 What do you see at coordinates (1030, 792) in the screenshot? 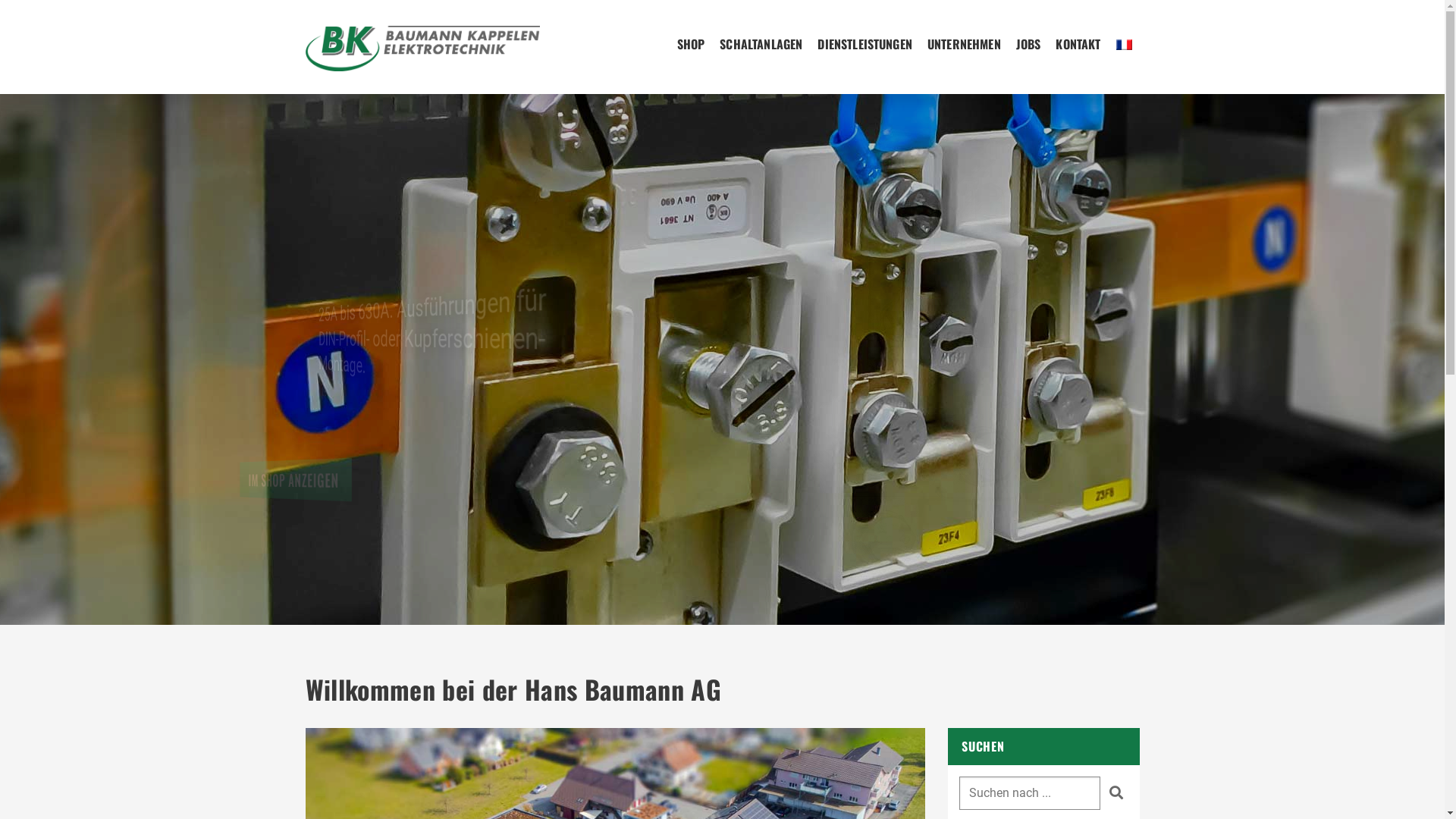
I see `'Suchbegriff'` at bounding box center [1030, 792].